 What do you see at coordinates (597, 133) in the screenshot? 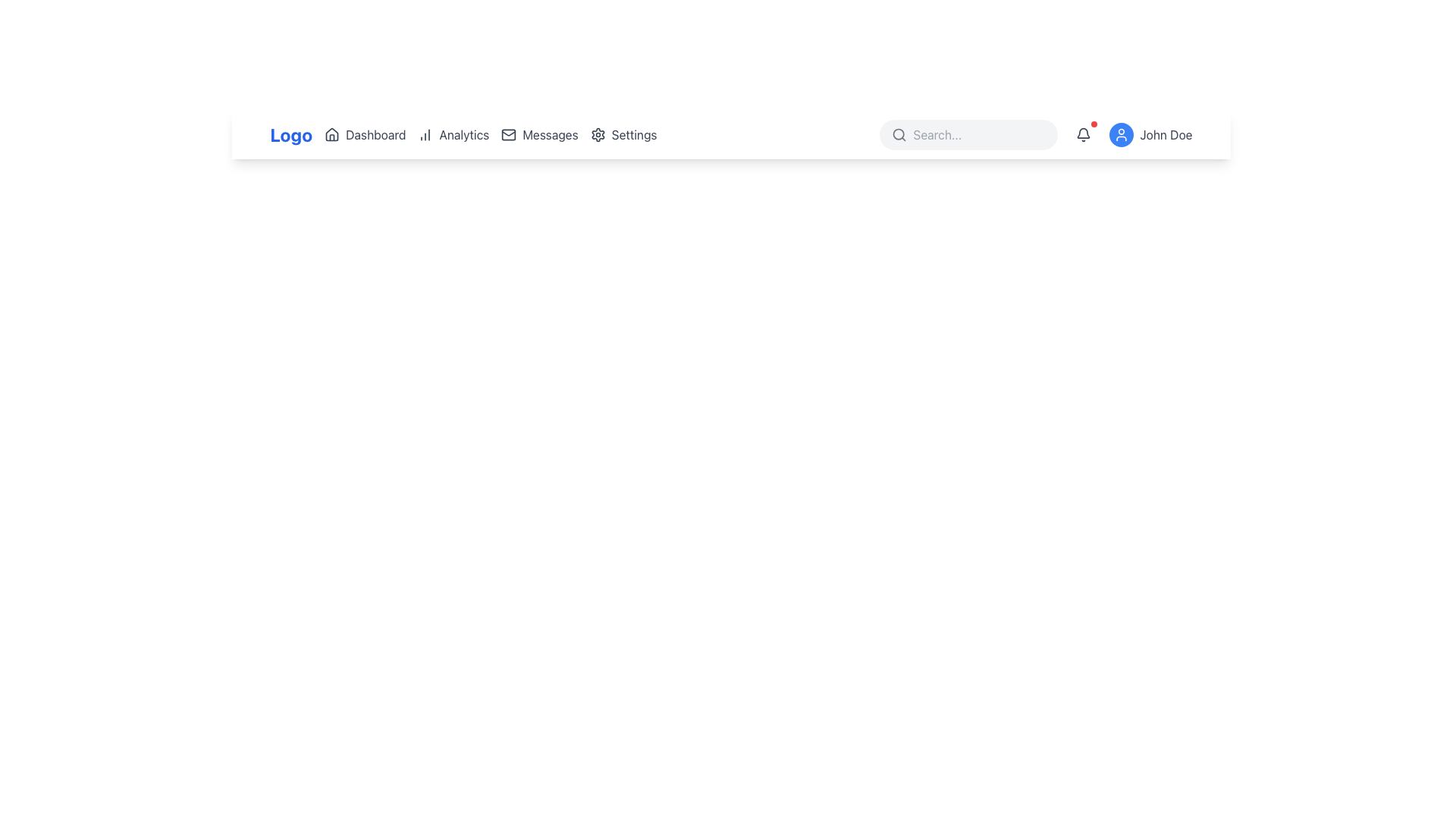
I see `the gear icon in the top navigation bar` at bounding box center [597, 133].